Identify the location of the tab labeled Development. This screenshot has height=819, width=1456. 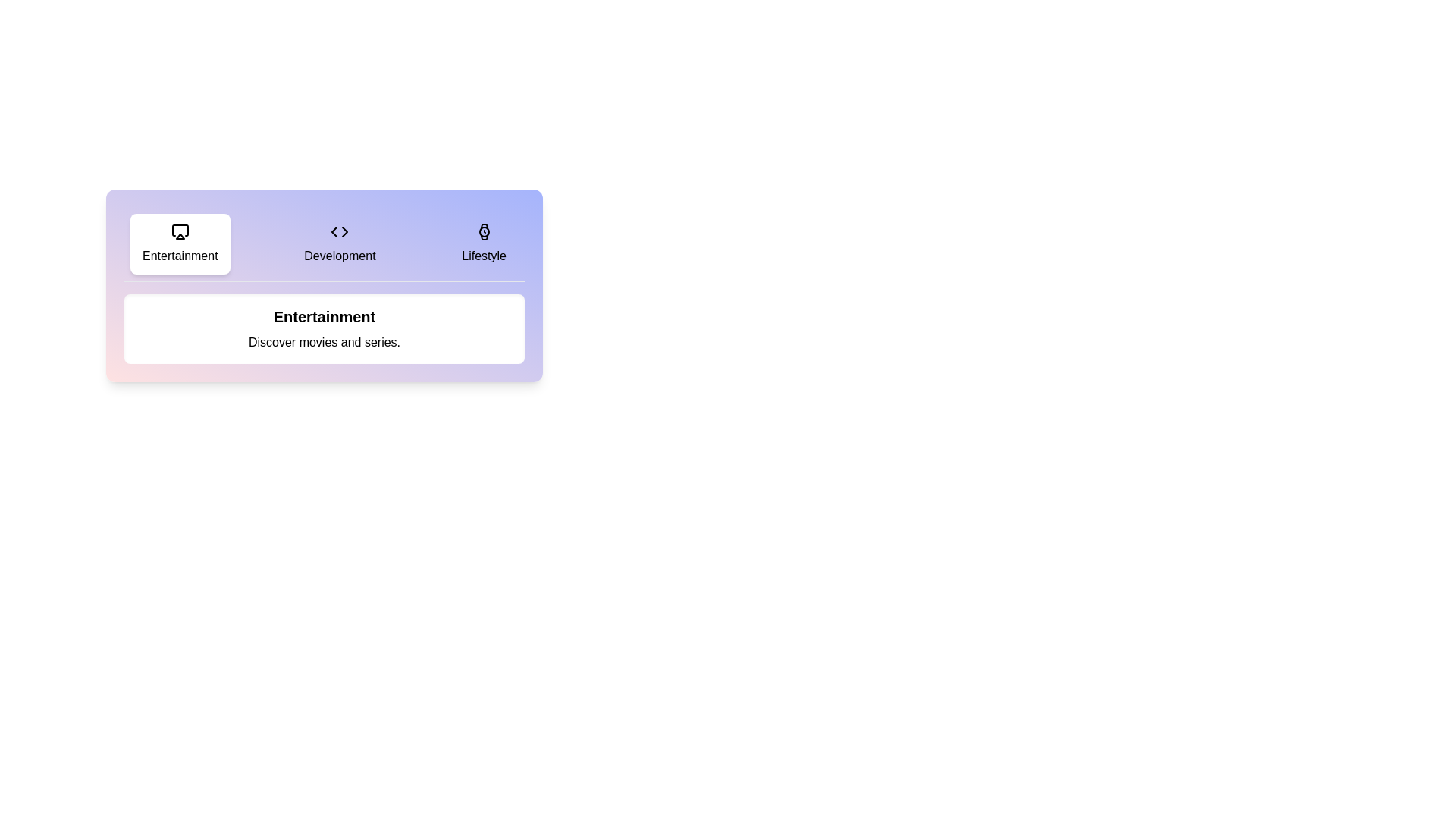
(339, 243).